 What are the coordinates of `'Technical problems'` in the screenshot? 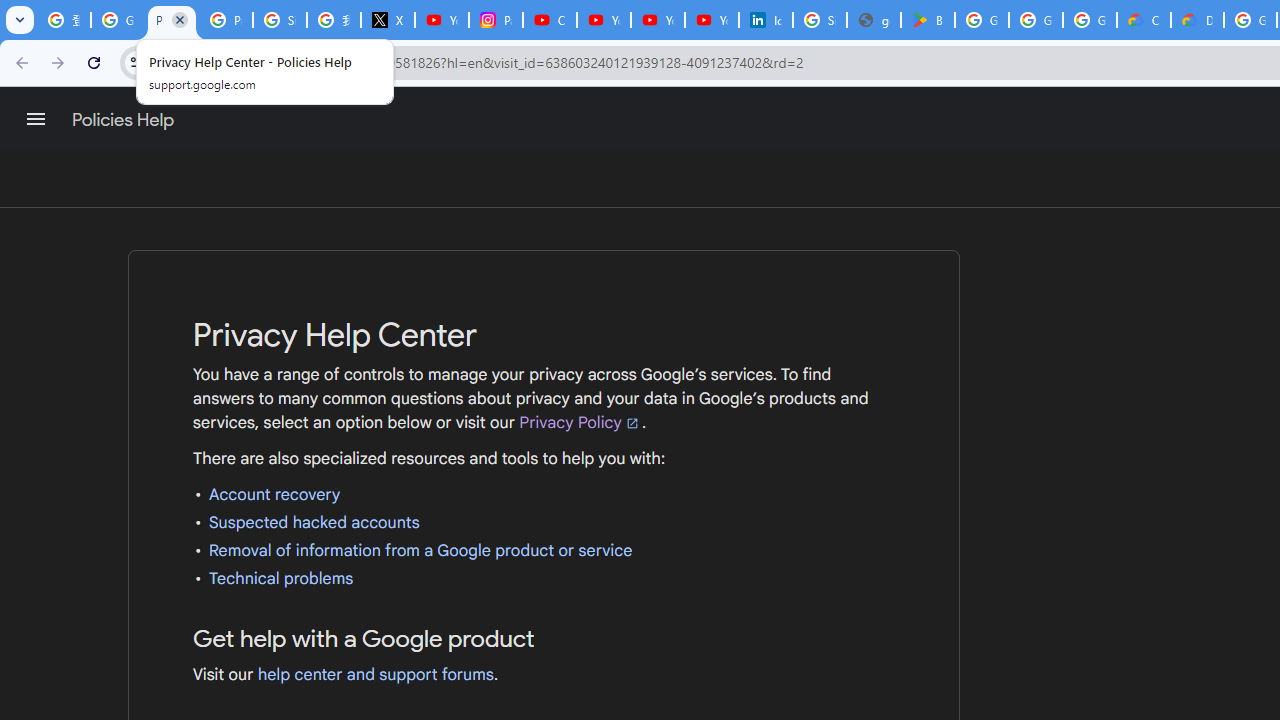 It's located at (280, 578).